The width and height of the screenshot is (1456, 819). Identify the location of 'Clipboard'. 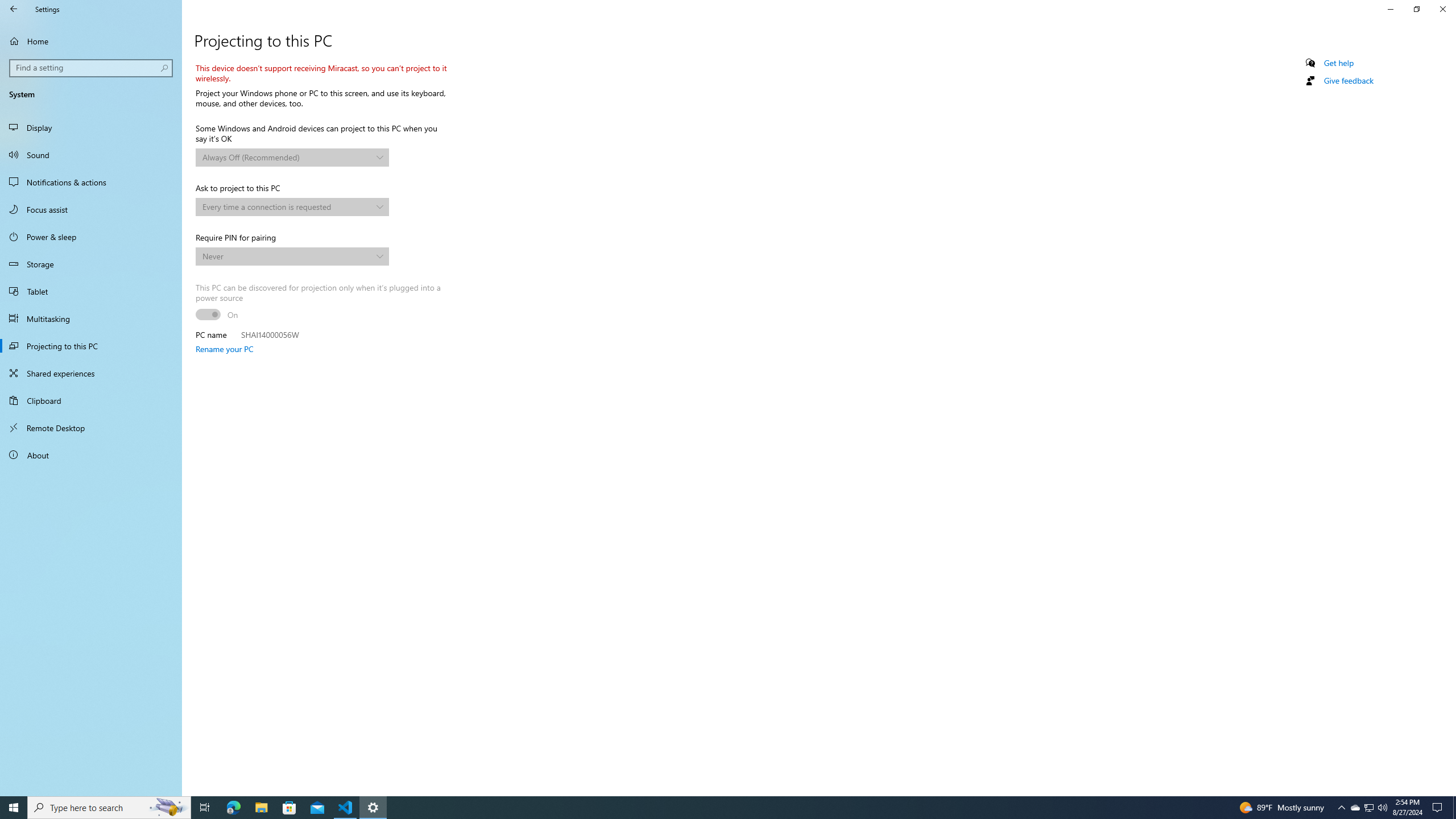
(90, 400).